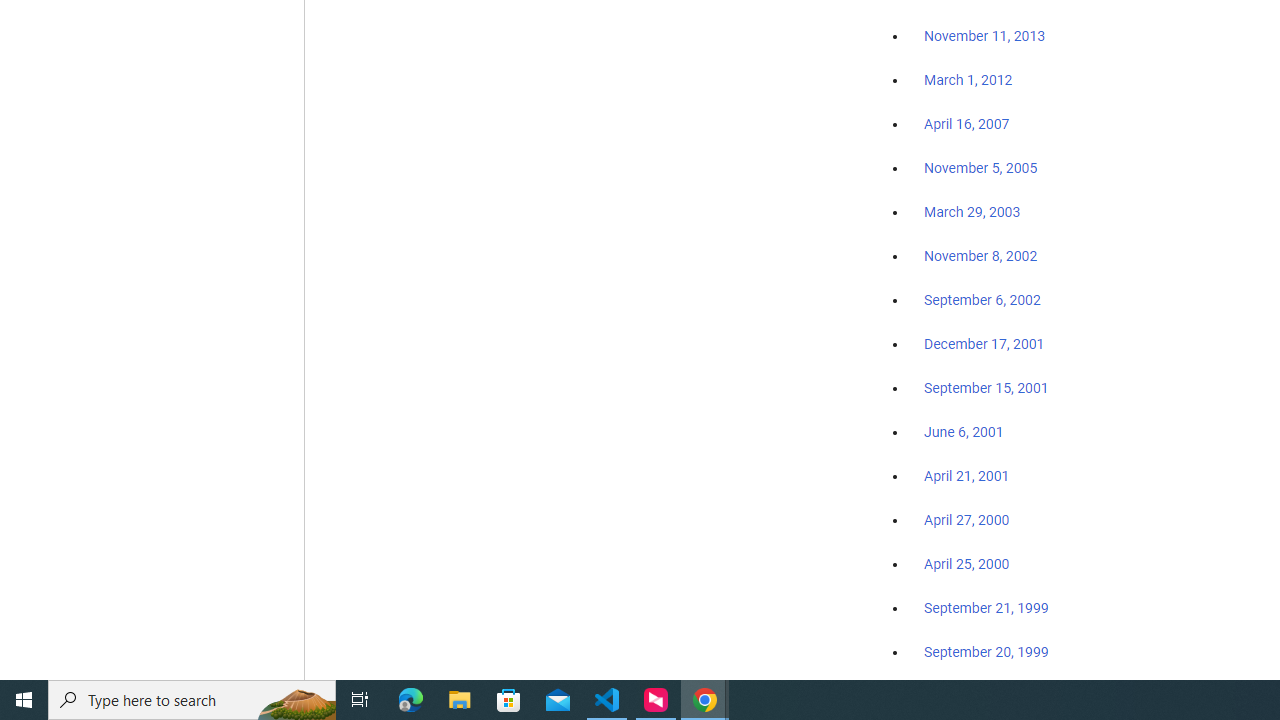 This screenshot has height=720, width=1280. What do you see at coordinates (981, 255) in the screenshot?
I see `'November 8, 2002'` at bounding box center [981, 255].